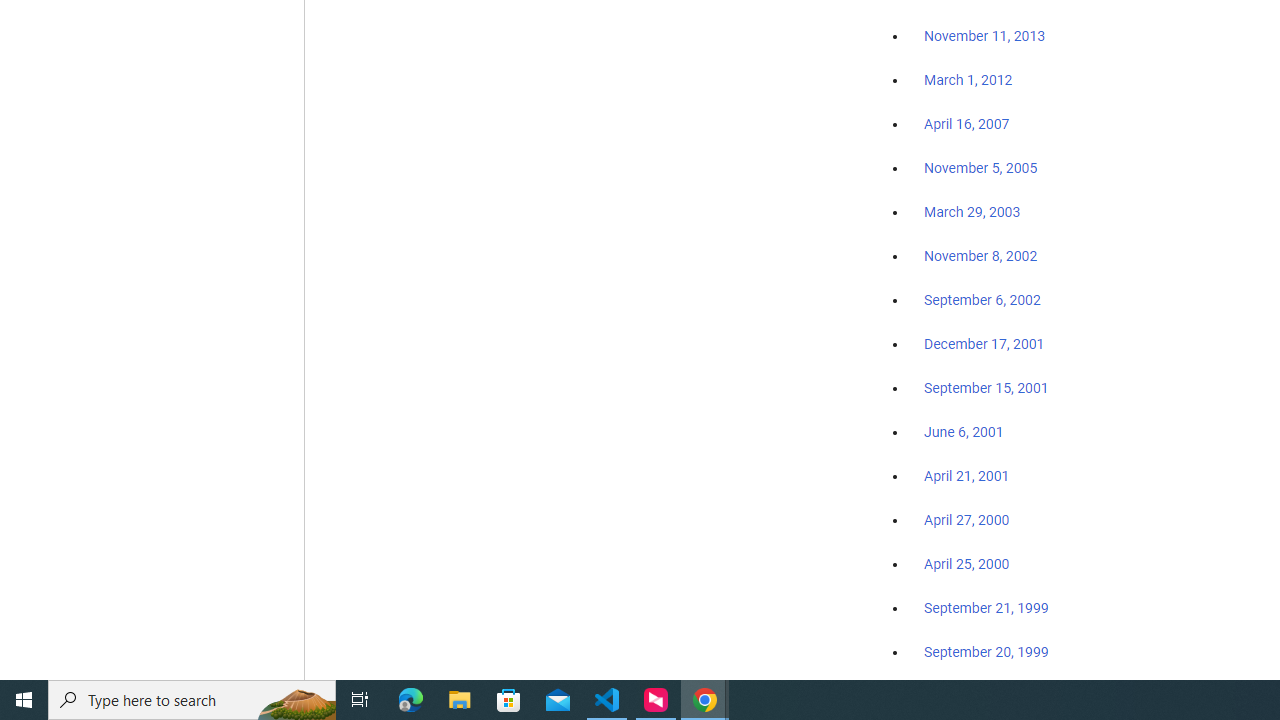 This screenshot has height=720, width=1280. What do you see at coordinates (981, 255) in the screenshot?
I see `'November 8, 2002'` at bounding box center [981, 255].